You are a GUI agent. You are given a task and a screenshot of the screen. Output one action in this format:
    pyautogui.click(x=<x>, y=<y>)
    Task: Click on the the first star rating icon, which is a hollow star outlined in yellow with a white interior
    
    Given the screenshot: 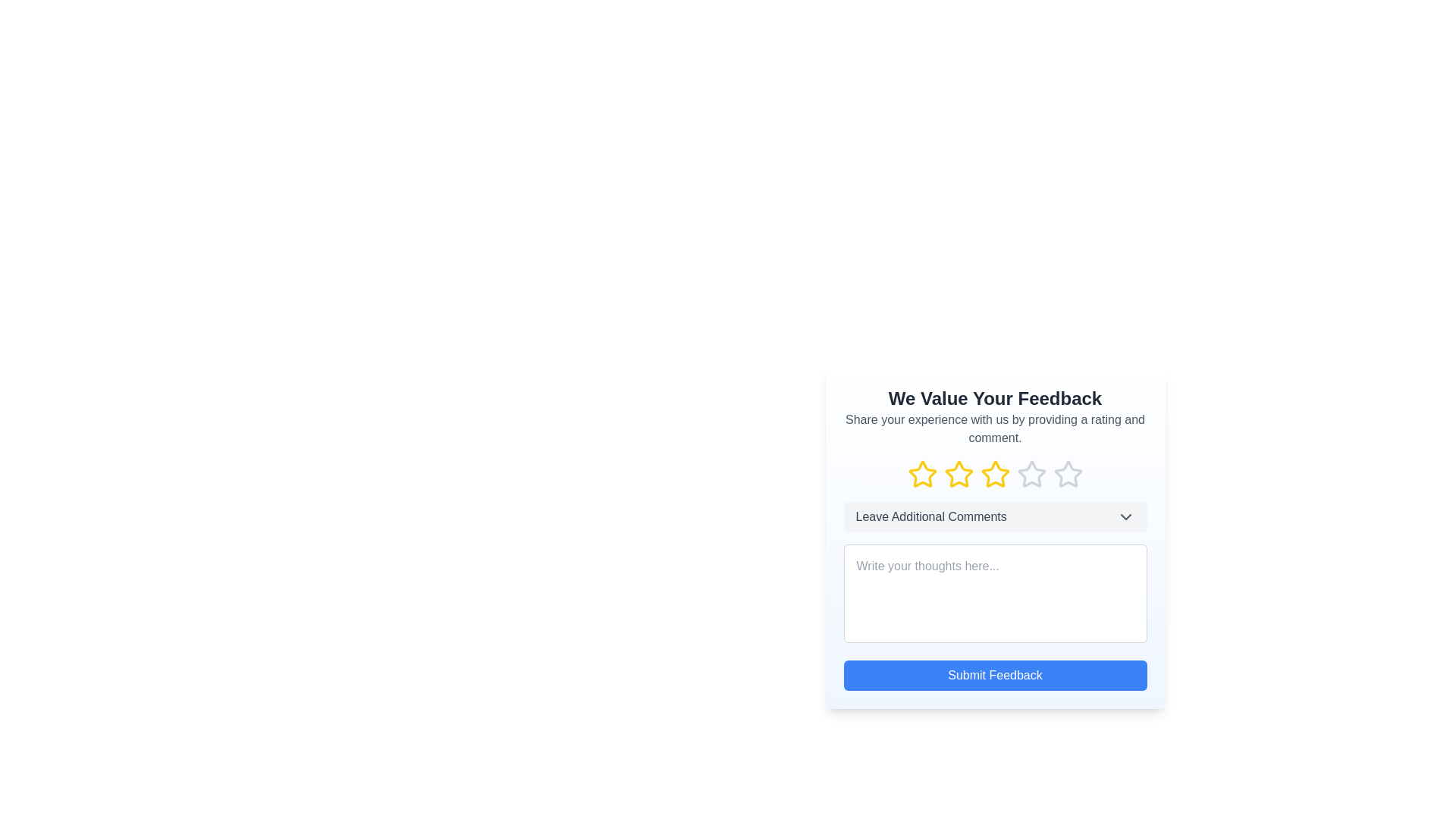 What is the action you would take?
    pyautogui.click(x=921, y=473)
    